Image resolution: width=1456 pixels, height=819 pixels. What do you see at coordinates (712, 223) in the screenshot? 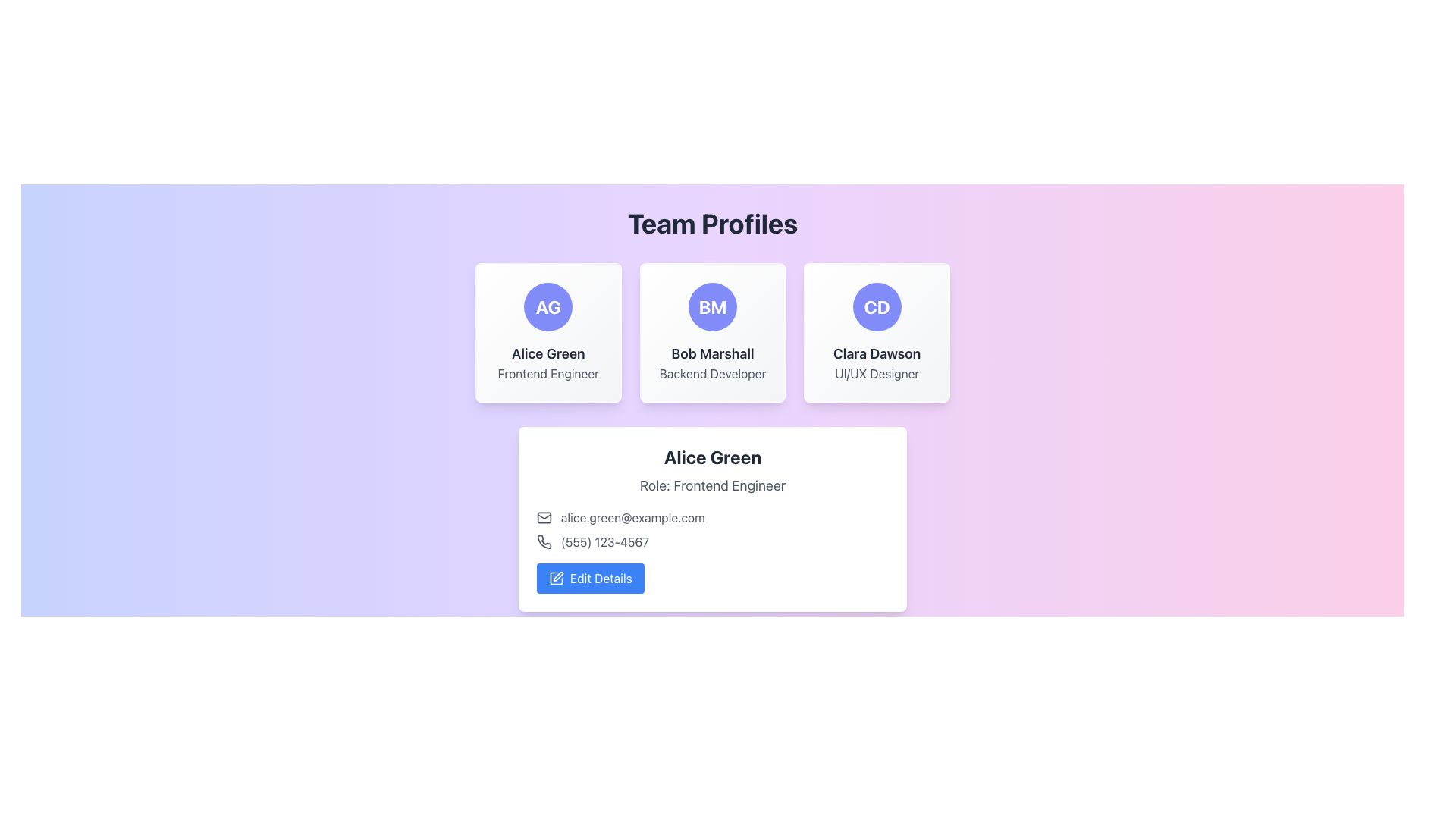
I see `the 'Team Profiles' text label, which is a bold and prominent section header styled in dark gray on a gradient background` at bounding box center [712, 223].